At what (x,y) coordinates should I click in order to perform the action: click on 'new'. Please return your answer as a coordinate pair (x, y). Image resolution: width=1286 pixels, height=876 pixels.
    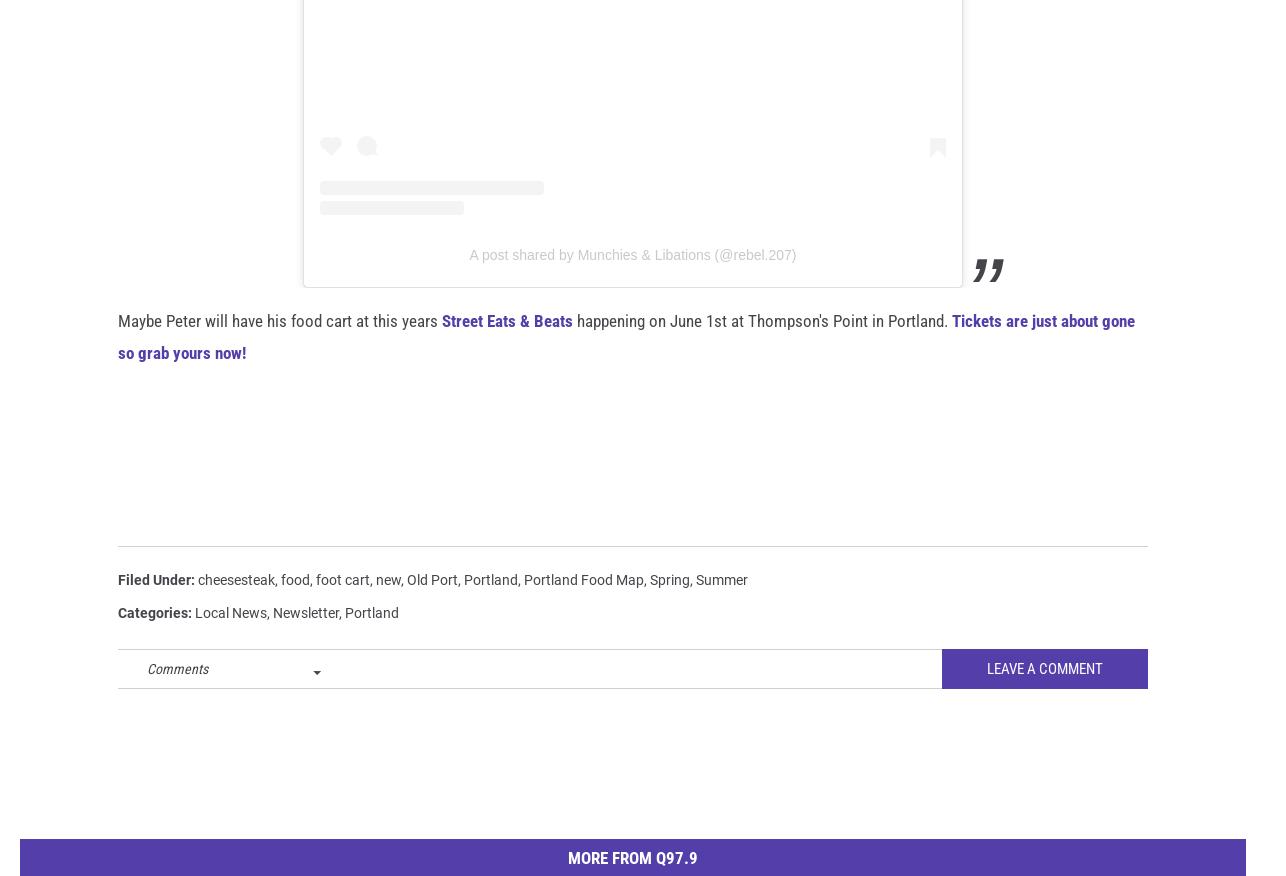
    Looking at the image, I should click on (387, 611).